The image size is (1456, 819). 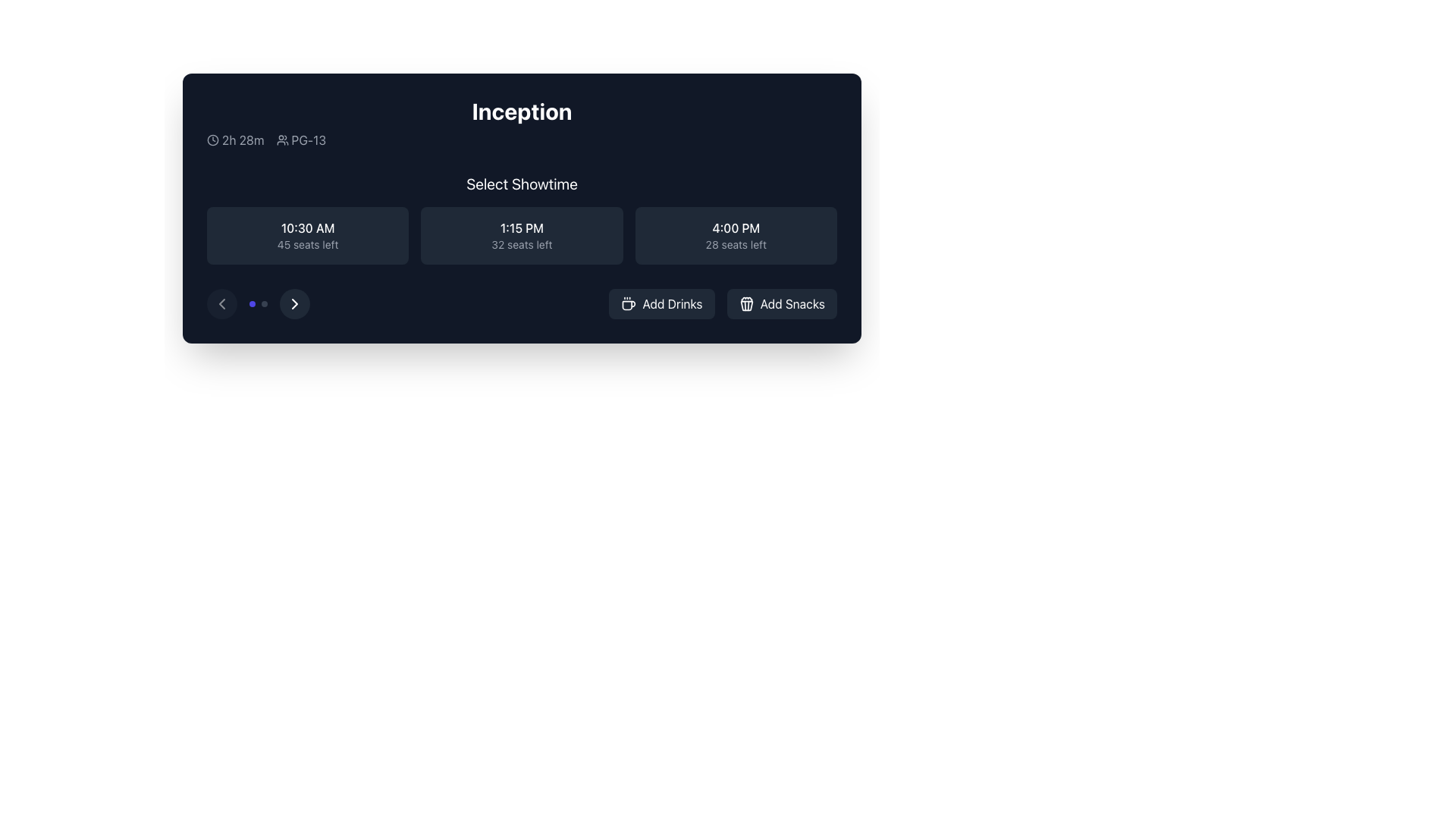 What do you see at coordinates (221, 304) in the screenshot?
I see `the small circular button with a dark gray background and a white chevron pointing left, located near the bottom-left side of the interface` at bounding box center [221, 304].